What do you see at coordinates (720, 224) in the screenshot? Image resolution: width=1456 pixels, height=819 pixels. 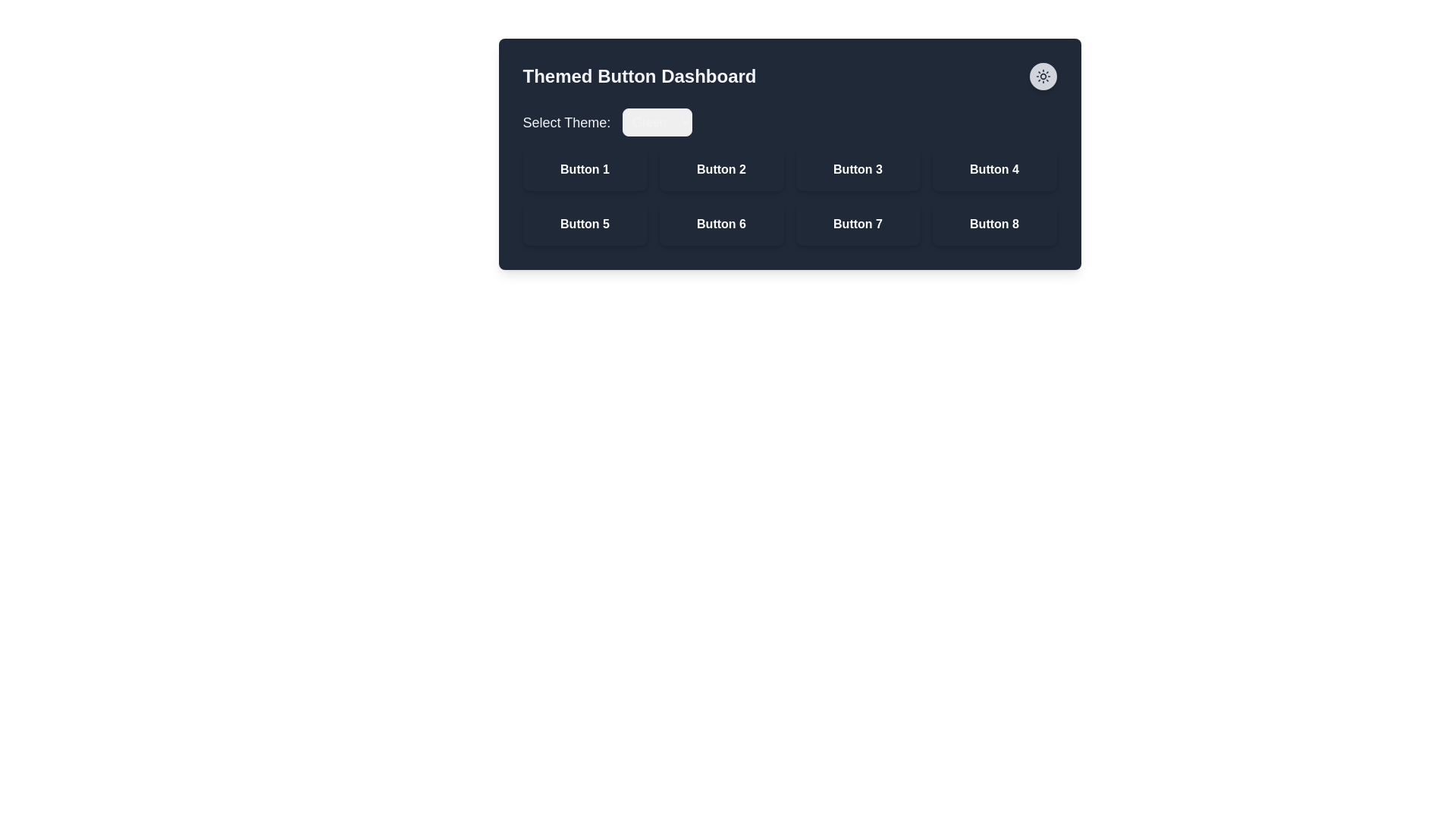 I see `the button located in the second row and second column of the grid within the 'Themed Button Dashboard'` at bounding box center [720, 224].